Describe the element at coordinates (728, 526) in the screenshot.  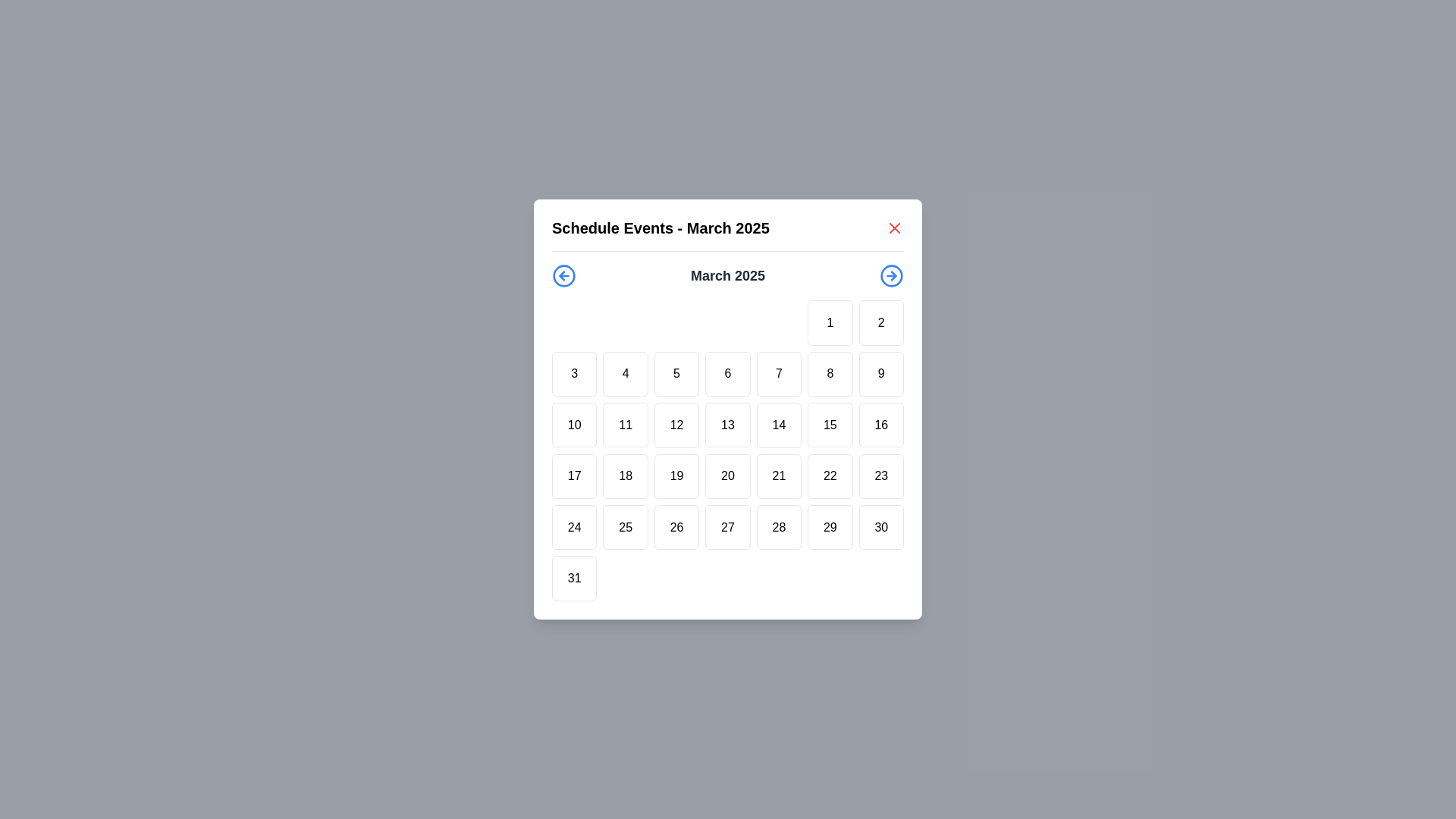
I see `the button representing the 27th day in the calendar interface` at that location.